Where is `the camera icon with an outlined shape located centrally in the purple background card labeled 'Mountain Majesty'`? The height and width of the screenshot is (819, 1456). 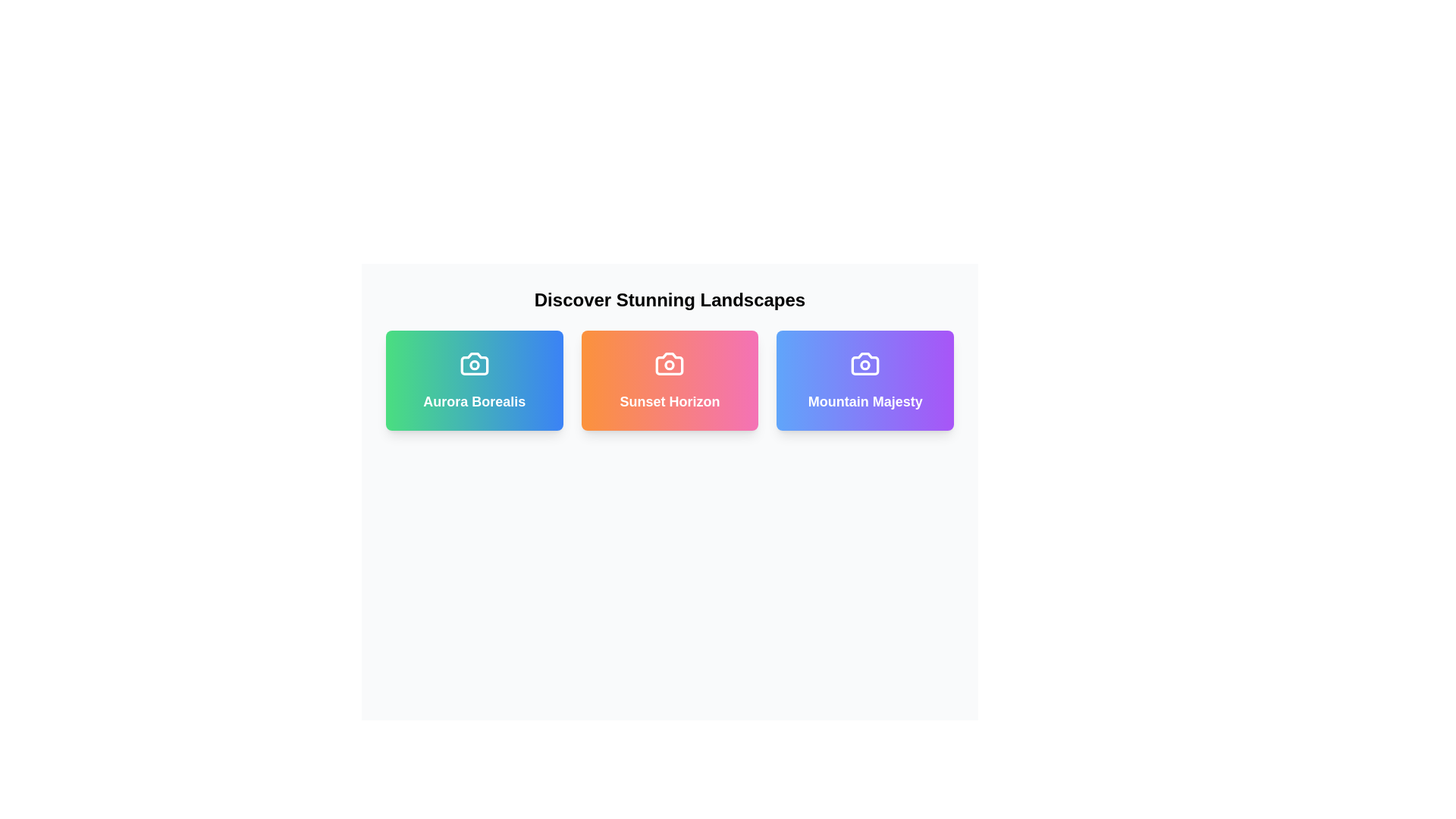
the camera icon with an outlined shape located centrally in the purple background card labeled 'Mountain Majesty' is located at coordinates (865, 363).